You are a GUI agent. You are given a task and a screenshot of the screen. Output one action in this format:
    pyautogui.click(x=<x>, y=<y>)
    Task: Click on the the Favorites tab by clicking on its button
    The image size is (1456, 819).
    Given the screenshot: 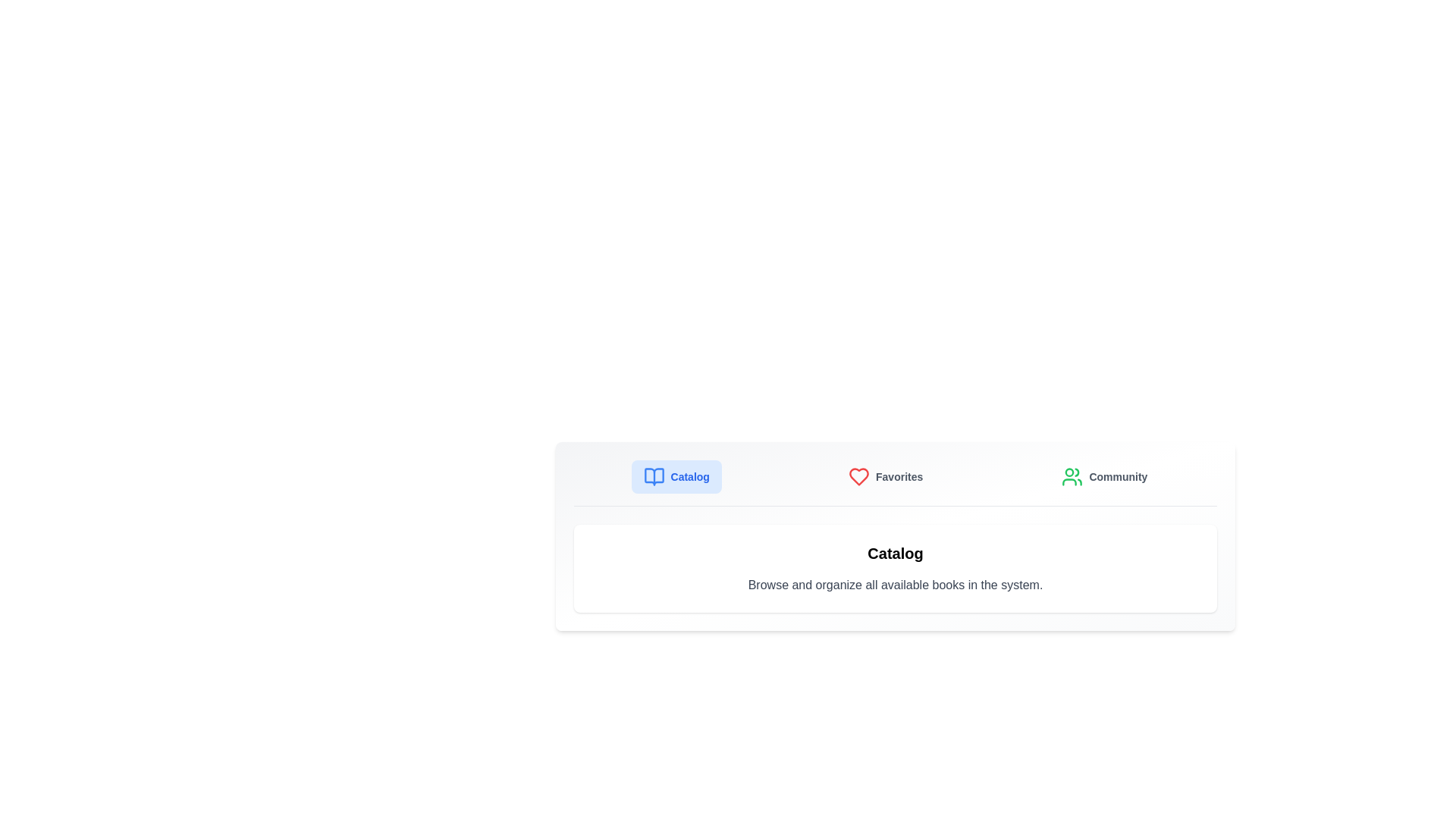 What is the action you would take?
    pyautogui.click(x=885, y=475)
    